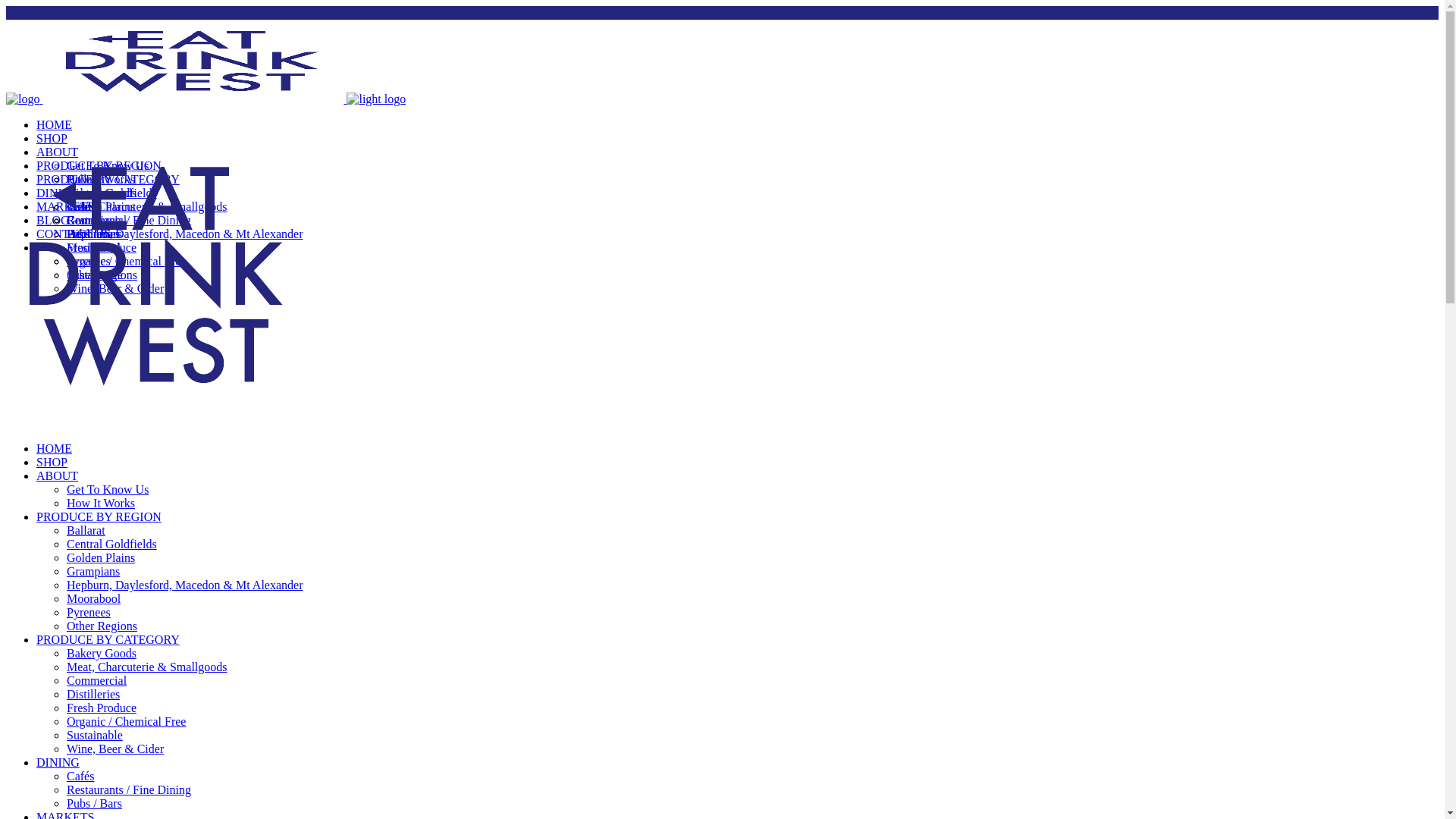  Describe the element at coordinates (96, 679) in the screenshot. I see `'Commercial'` at that location.